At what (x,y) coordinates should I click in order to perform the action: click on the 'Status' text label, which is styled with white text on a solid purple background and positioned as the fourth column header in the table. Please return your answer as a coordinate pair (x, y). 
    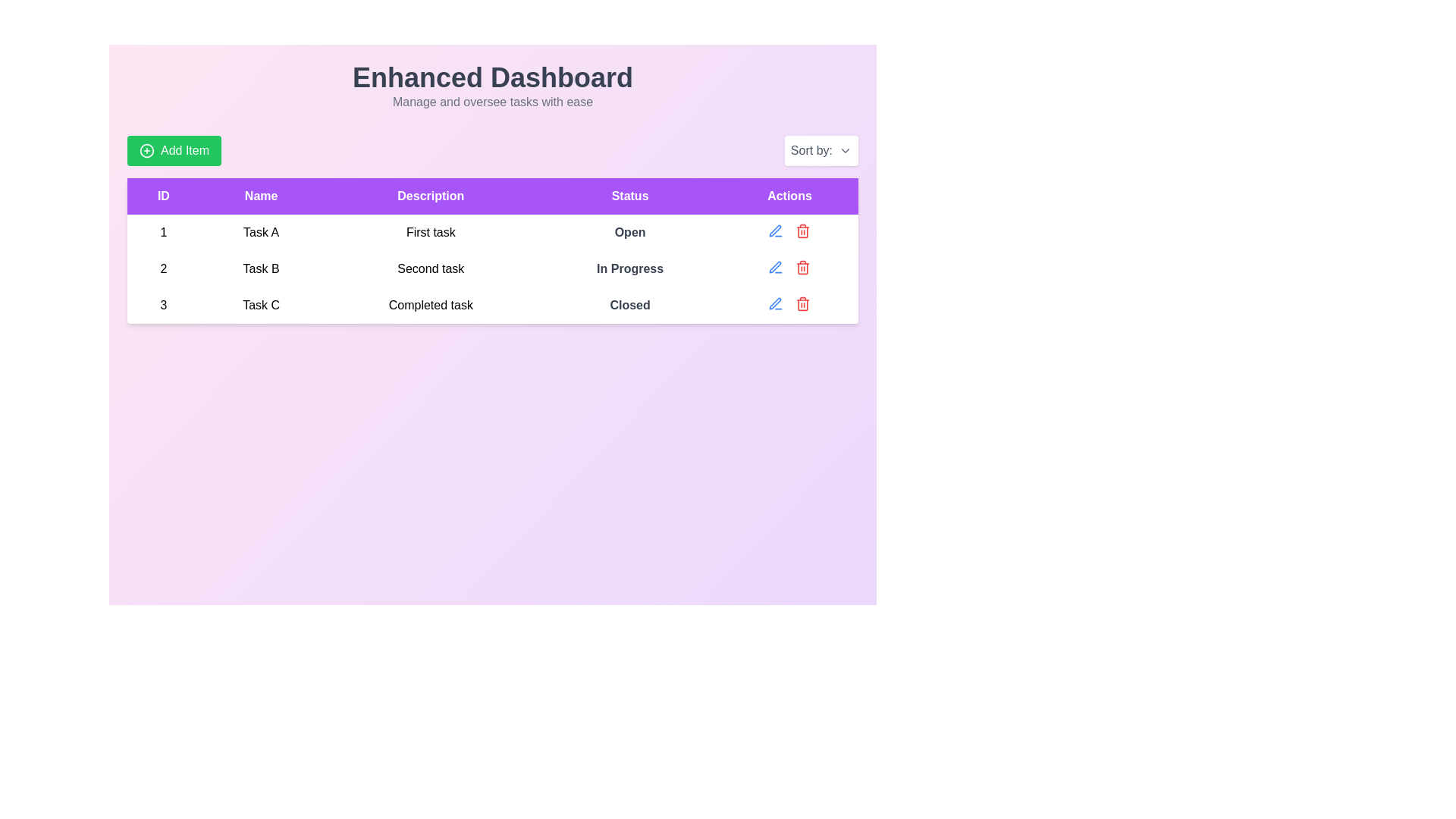
    Looking at the image, I should click on (630, 195).